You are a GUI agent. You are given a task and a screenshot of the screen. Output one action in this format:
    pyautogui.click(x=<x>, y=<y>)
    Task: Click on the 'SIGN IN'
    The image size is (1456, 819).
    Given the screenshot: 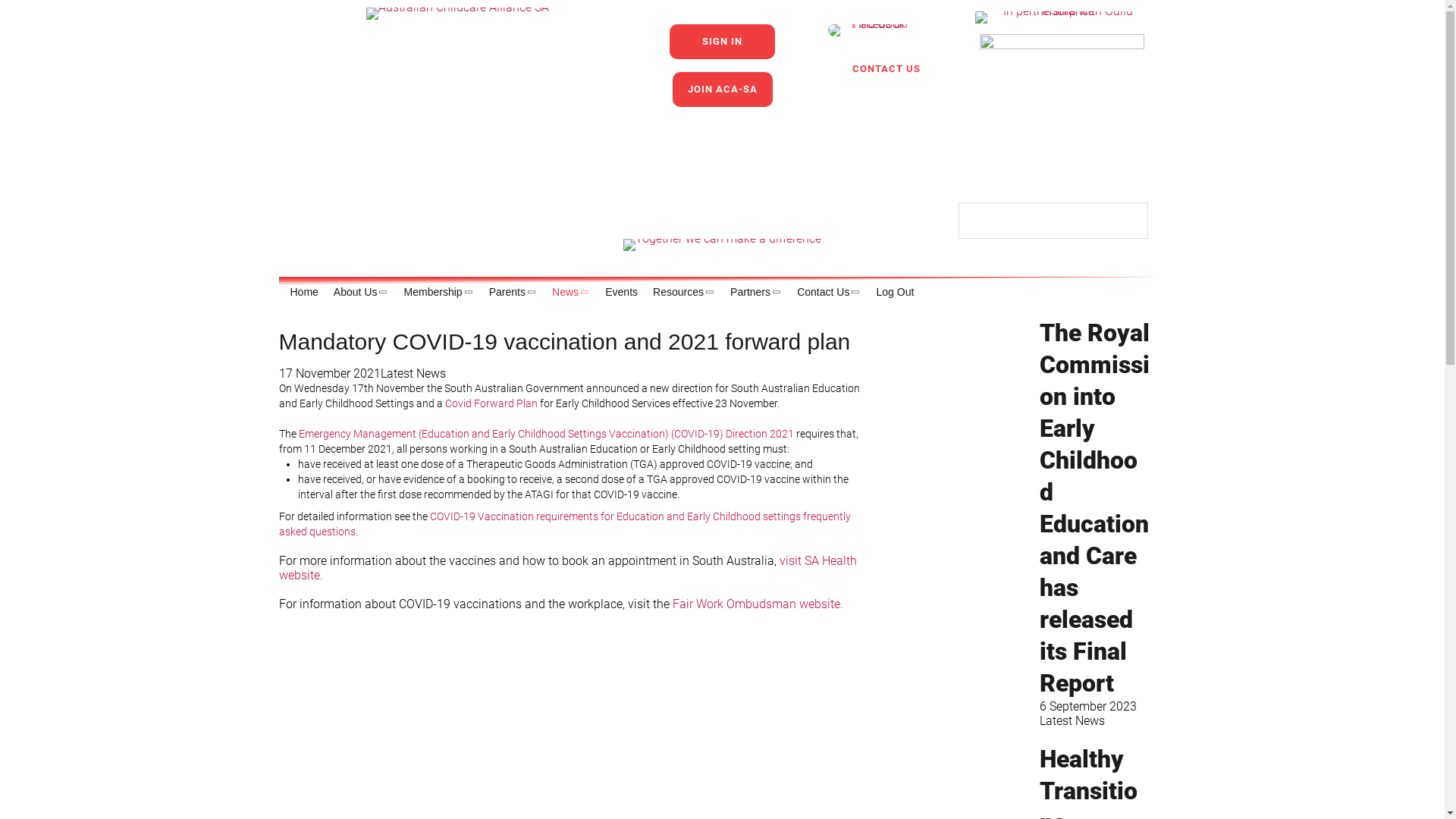 What is the action you would take?
    pyautogui.click(x=721, y=40)
    